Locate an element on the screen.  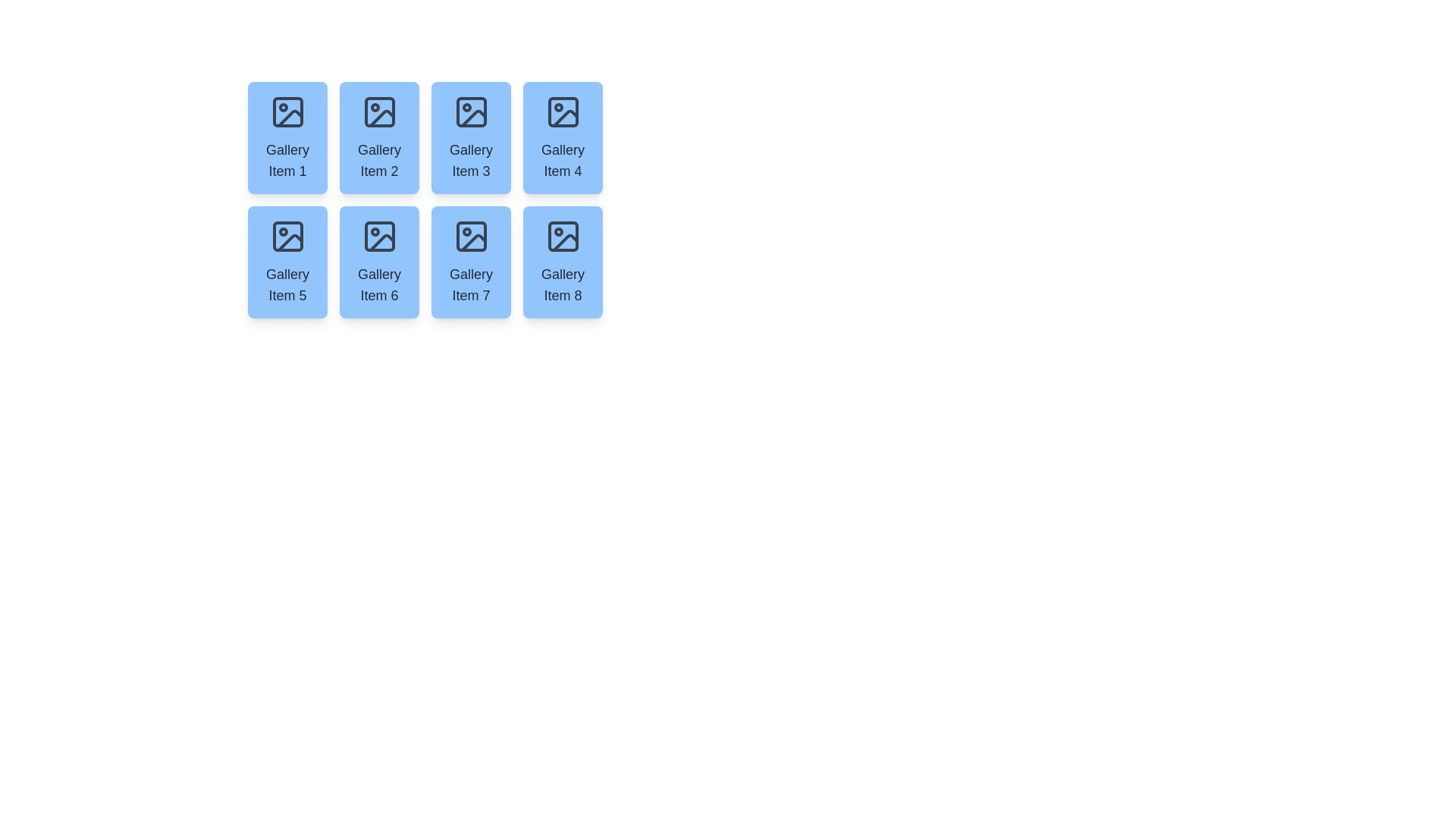
label that identifies the contents of the 'Gallery Item 7' card, located in the second row of the gallery grid is located at coordinates (470, 284).